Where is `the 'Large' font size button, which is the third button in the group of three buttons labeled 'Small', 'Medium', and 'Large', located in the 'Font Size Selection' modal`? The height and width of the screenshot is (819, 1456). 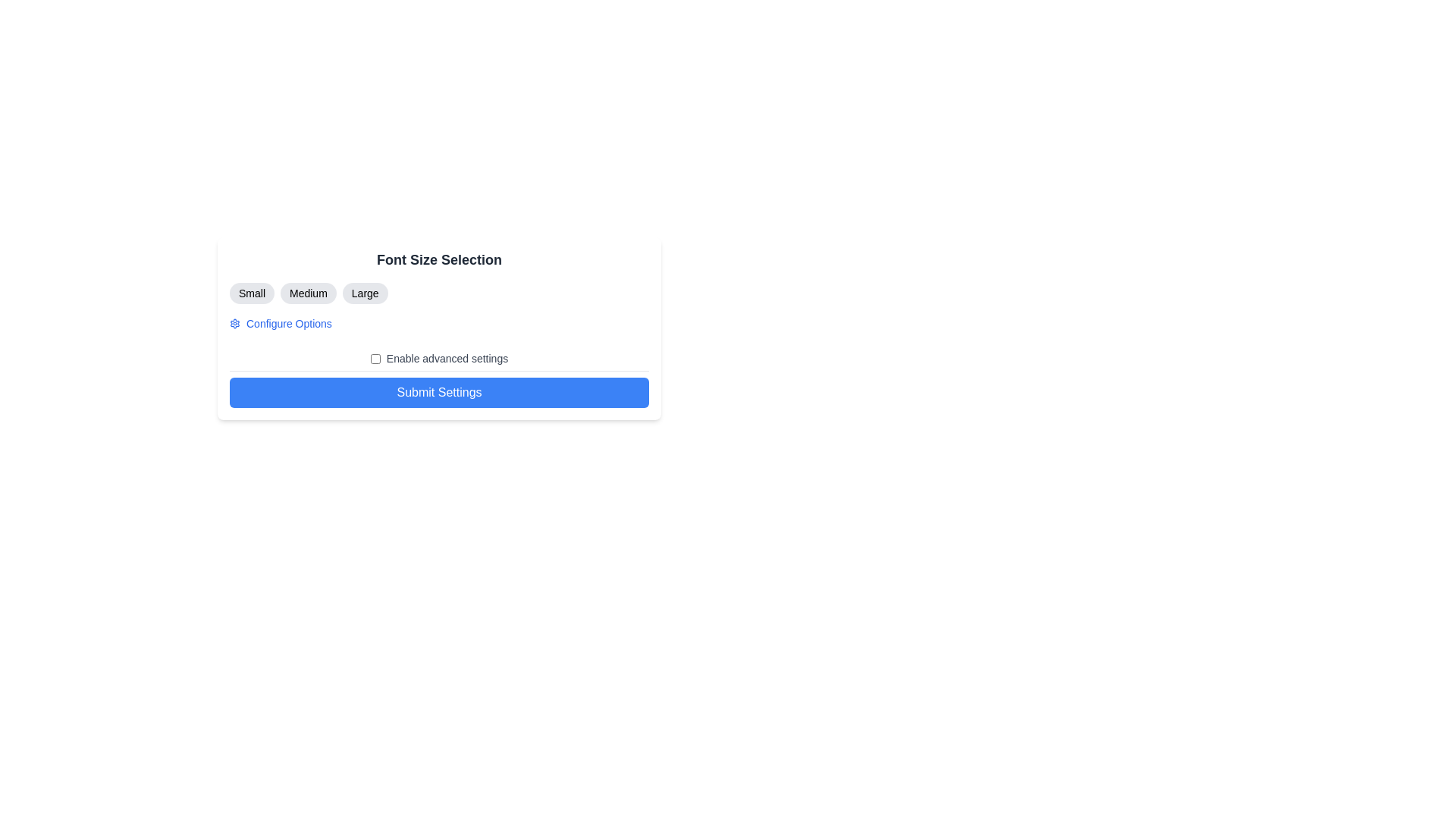
the 'Large' font size button, which is the third button in the group of three buttons labeled 'Small', 'Medium', and 'Large', located in the 'Font Size Selection' modal is located at coordinates (365, 293).